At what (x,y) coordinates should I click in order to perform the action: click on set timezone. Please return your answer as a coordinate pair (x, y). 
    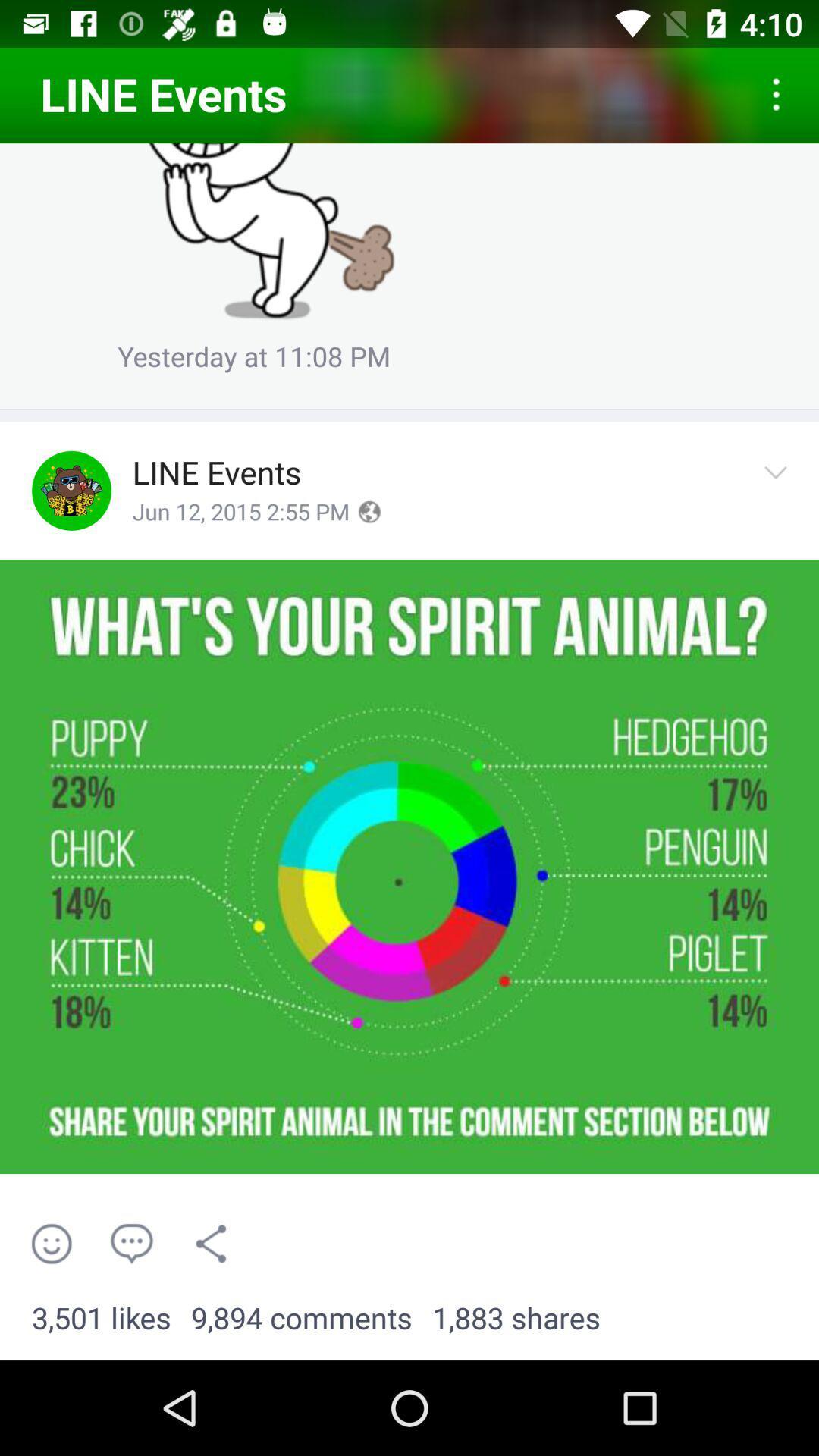
    Looking at the image, I should click on (369, 512).